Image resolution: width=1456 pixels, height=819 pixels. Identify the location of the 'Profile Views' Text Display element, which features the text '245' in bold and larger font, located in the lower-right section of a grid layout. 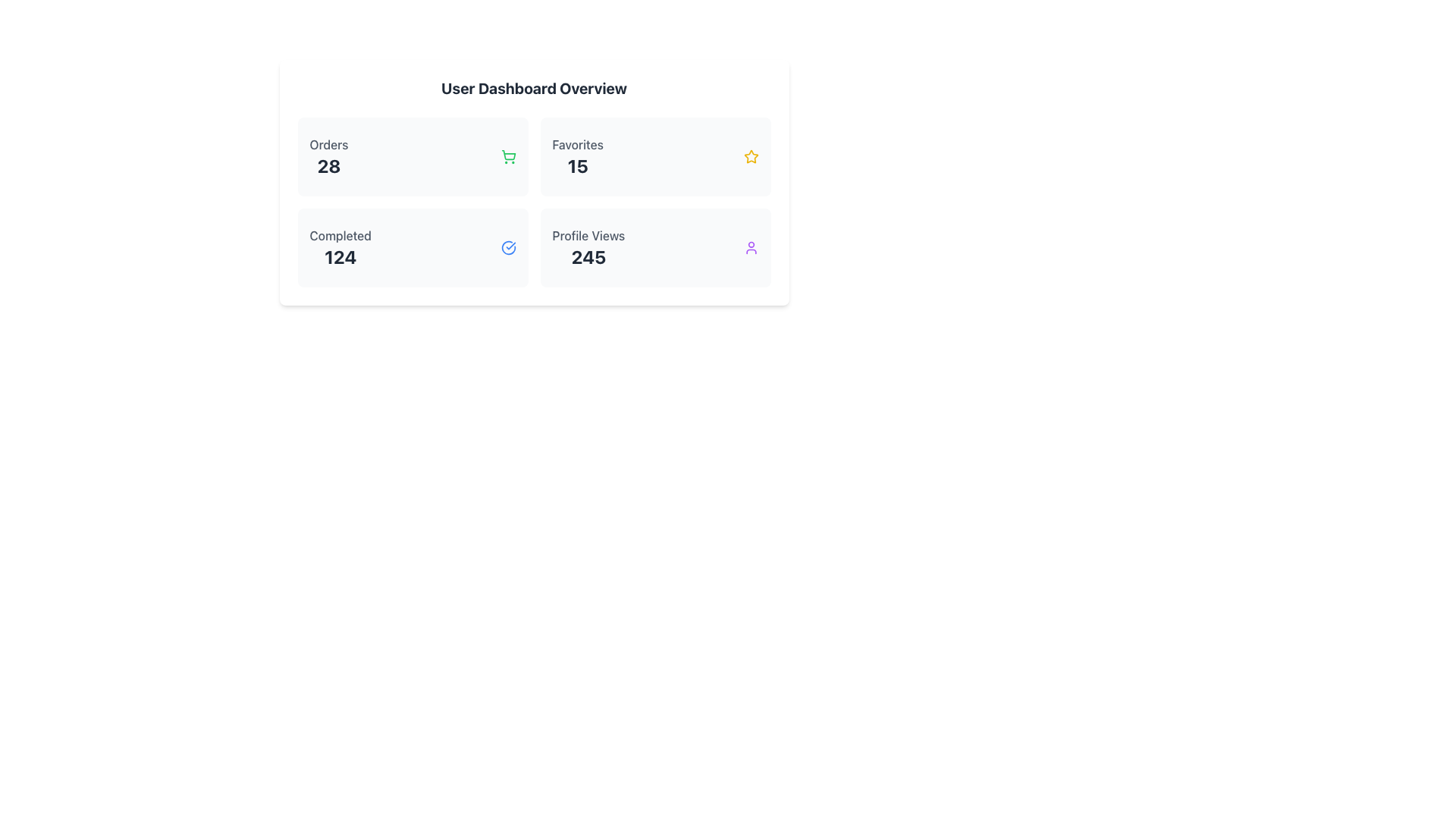
(588, 247).